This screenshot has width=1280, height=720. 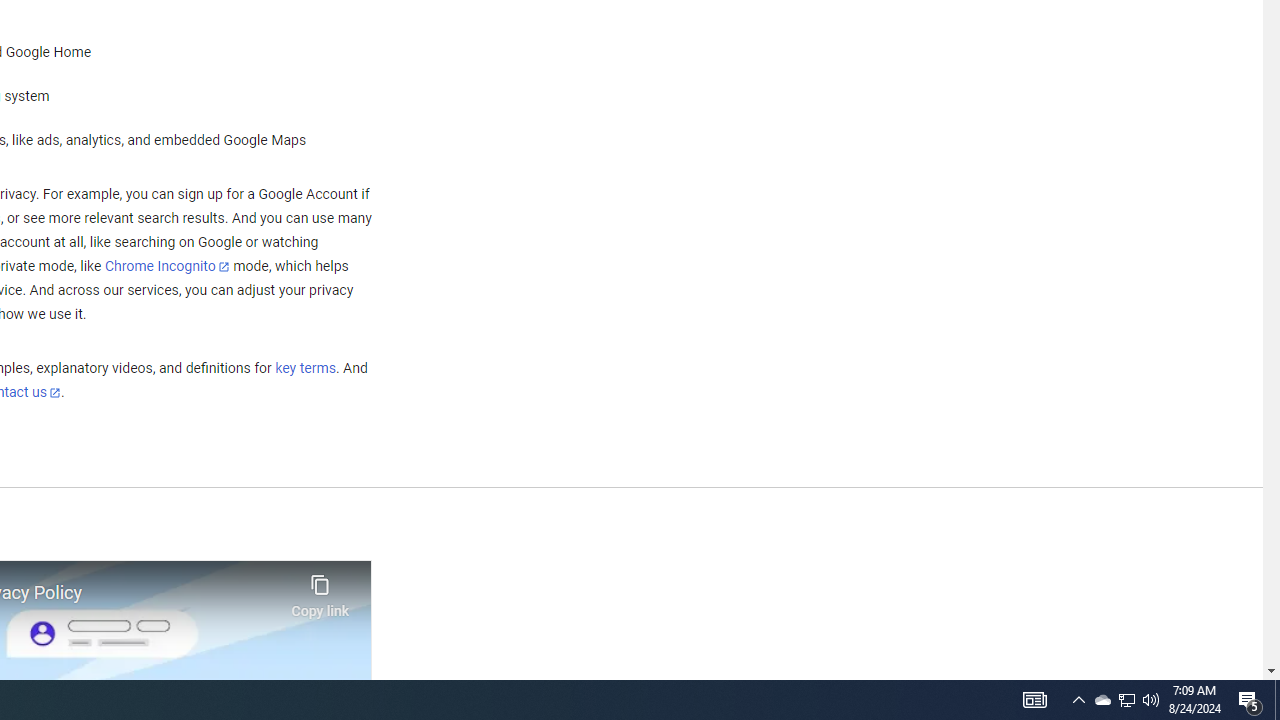 What do you see at coordinates (167, 265) in the screenshot?
I see `'Chrome Incognito'` at bounding box center [167, 265].